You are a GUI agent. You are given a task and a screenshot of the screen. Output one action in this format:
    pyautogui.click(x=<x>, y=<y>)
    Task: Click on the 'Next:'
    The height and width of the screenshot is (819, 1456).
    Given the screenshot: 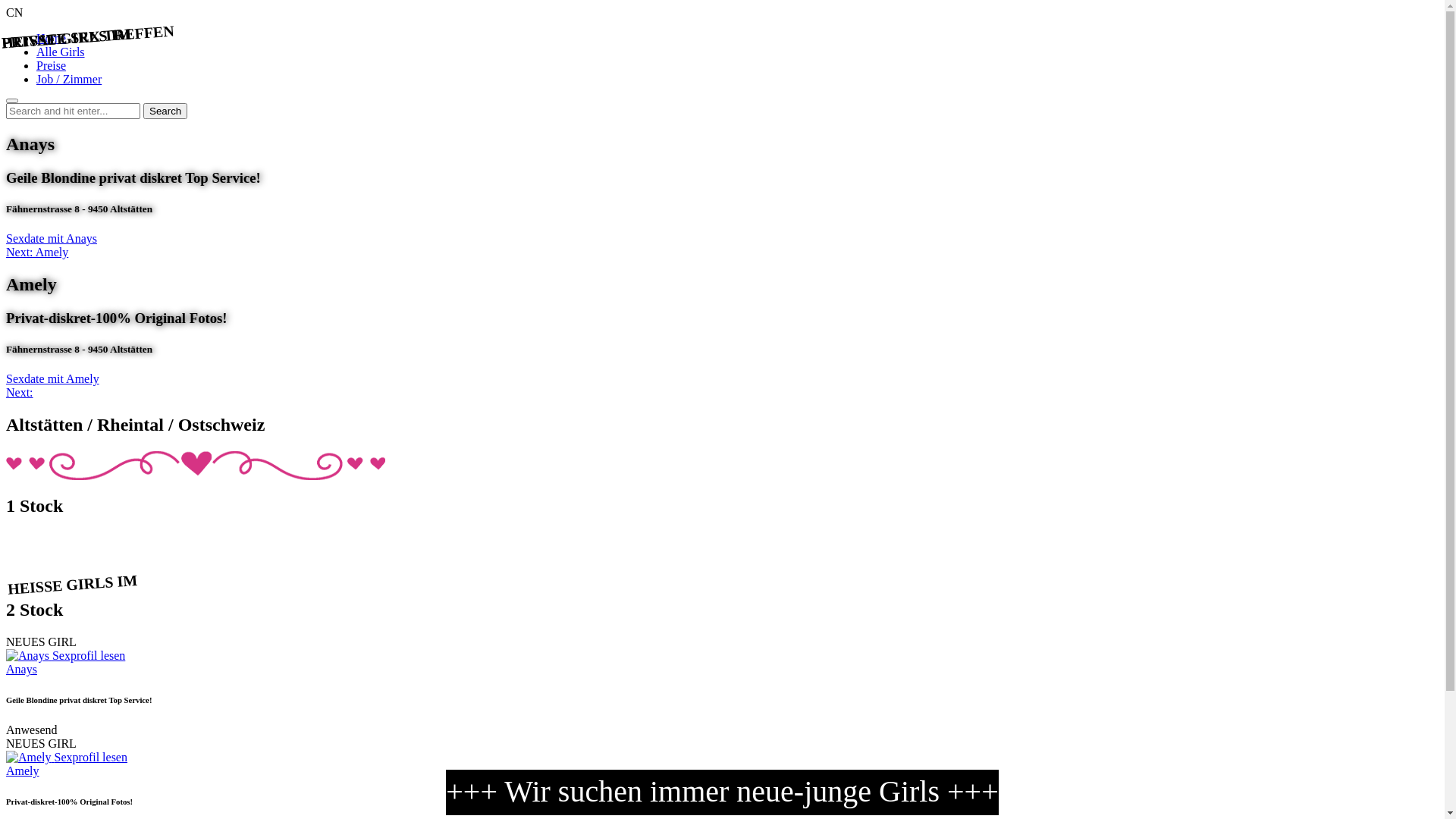 What is the action you would take?
    pyautogui.click(x=19, y=391)
    